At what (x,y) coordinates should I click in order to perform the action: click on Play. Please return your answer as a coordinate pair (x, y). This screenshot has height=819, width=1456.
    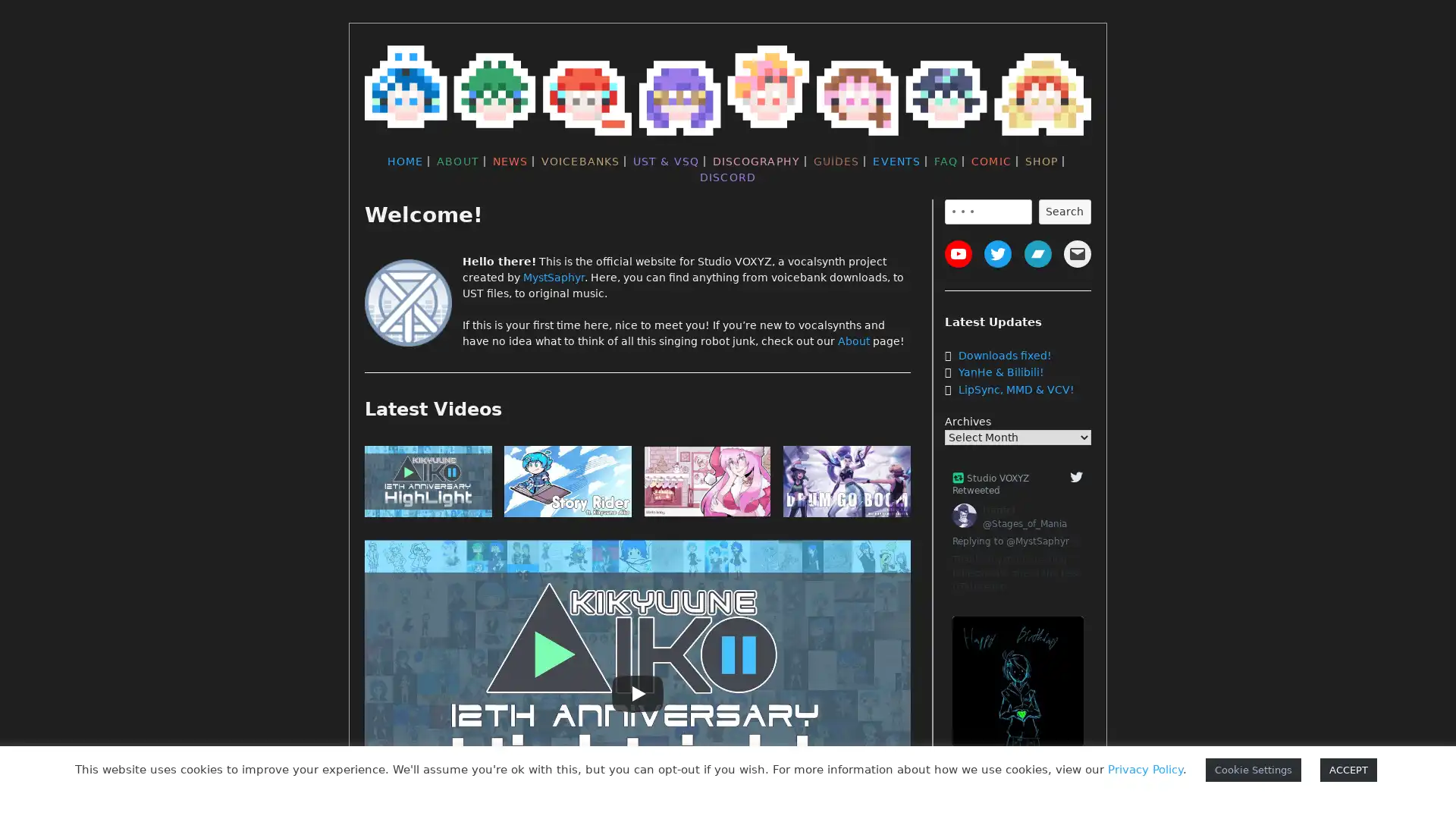
    Looking at the image, I should click on (637, 693).